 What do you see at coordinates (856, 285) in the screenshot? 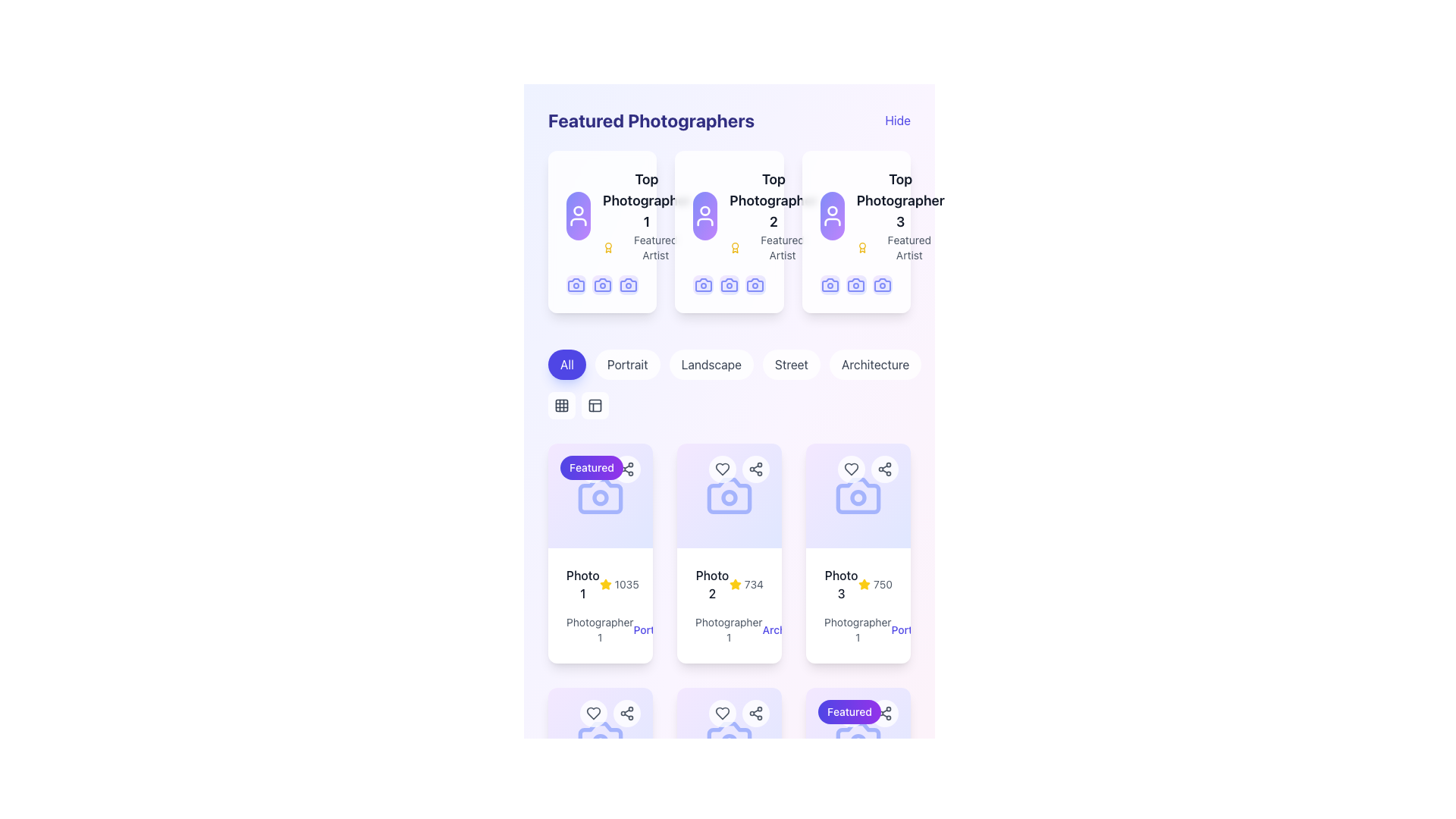
I see `the middle icon in the bottom row of controls within the third card titled 'Top Photographer 3' to invoke its camera functions` at bounding box center [856, 285].